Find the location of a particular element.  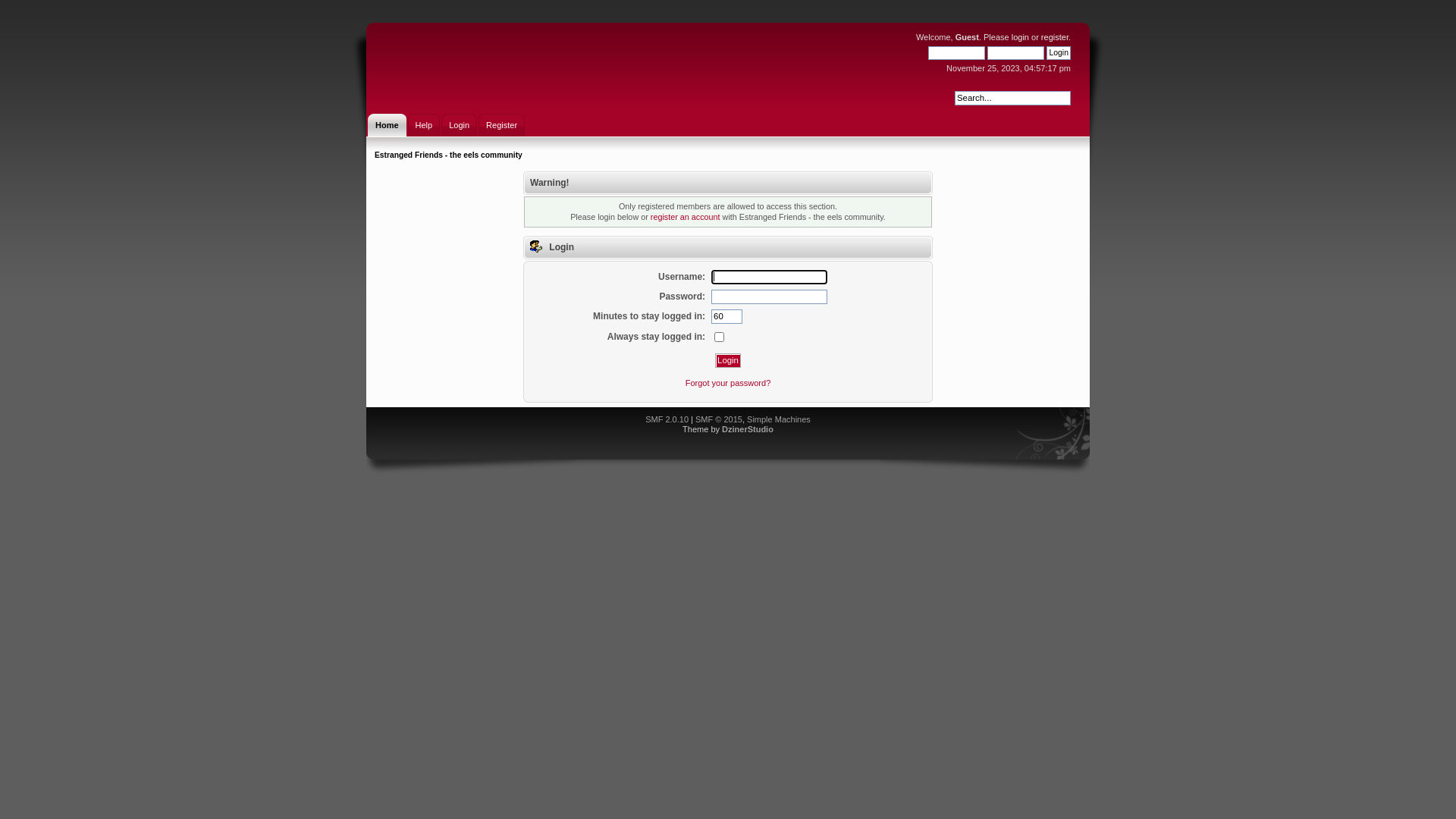

'SMF 2.0.10' is located at coordinates (645, 419).